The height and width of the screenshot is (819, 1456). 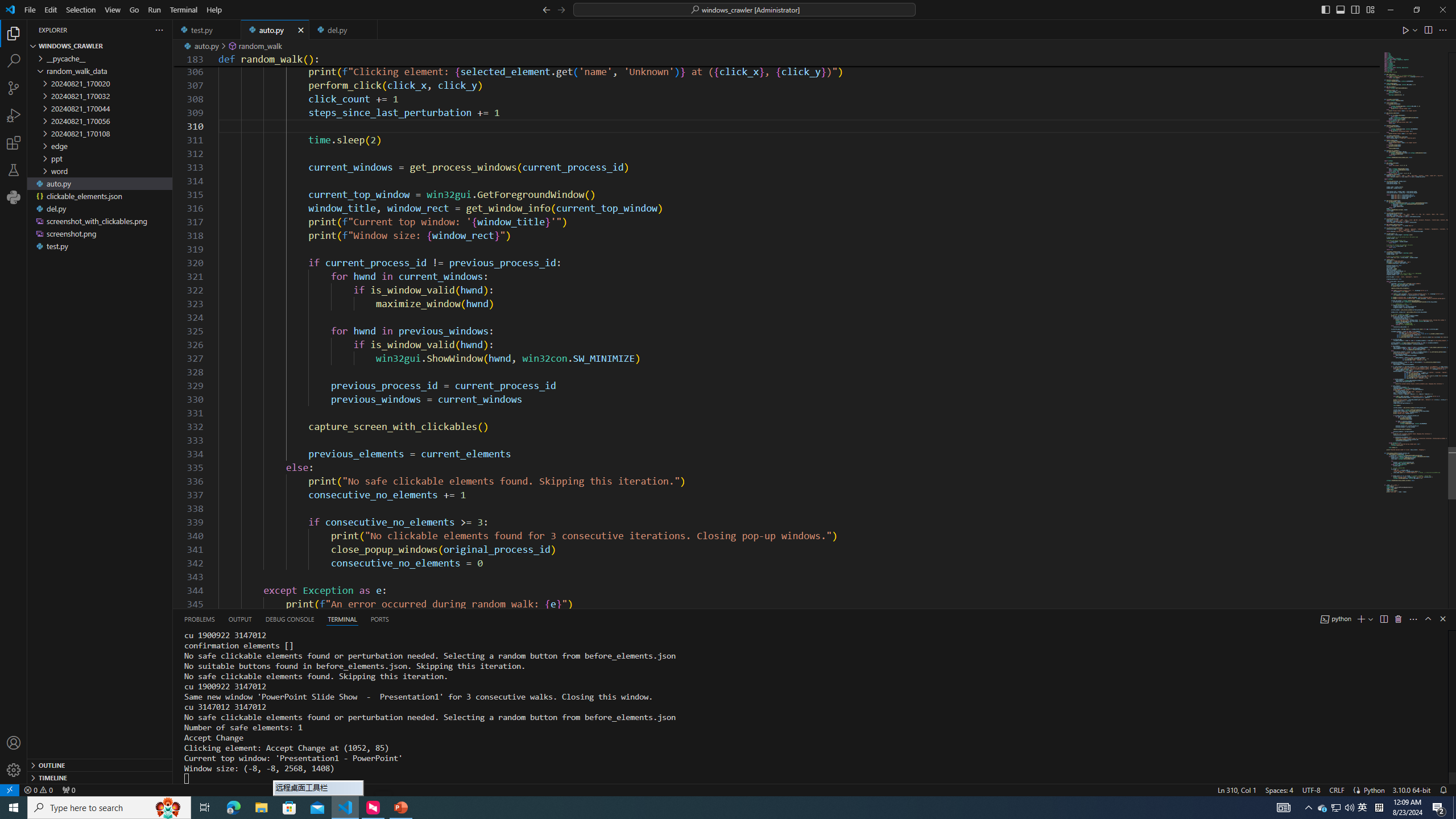 I want to click on 'auto.py', so click(x=274, y=29).